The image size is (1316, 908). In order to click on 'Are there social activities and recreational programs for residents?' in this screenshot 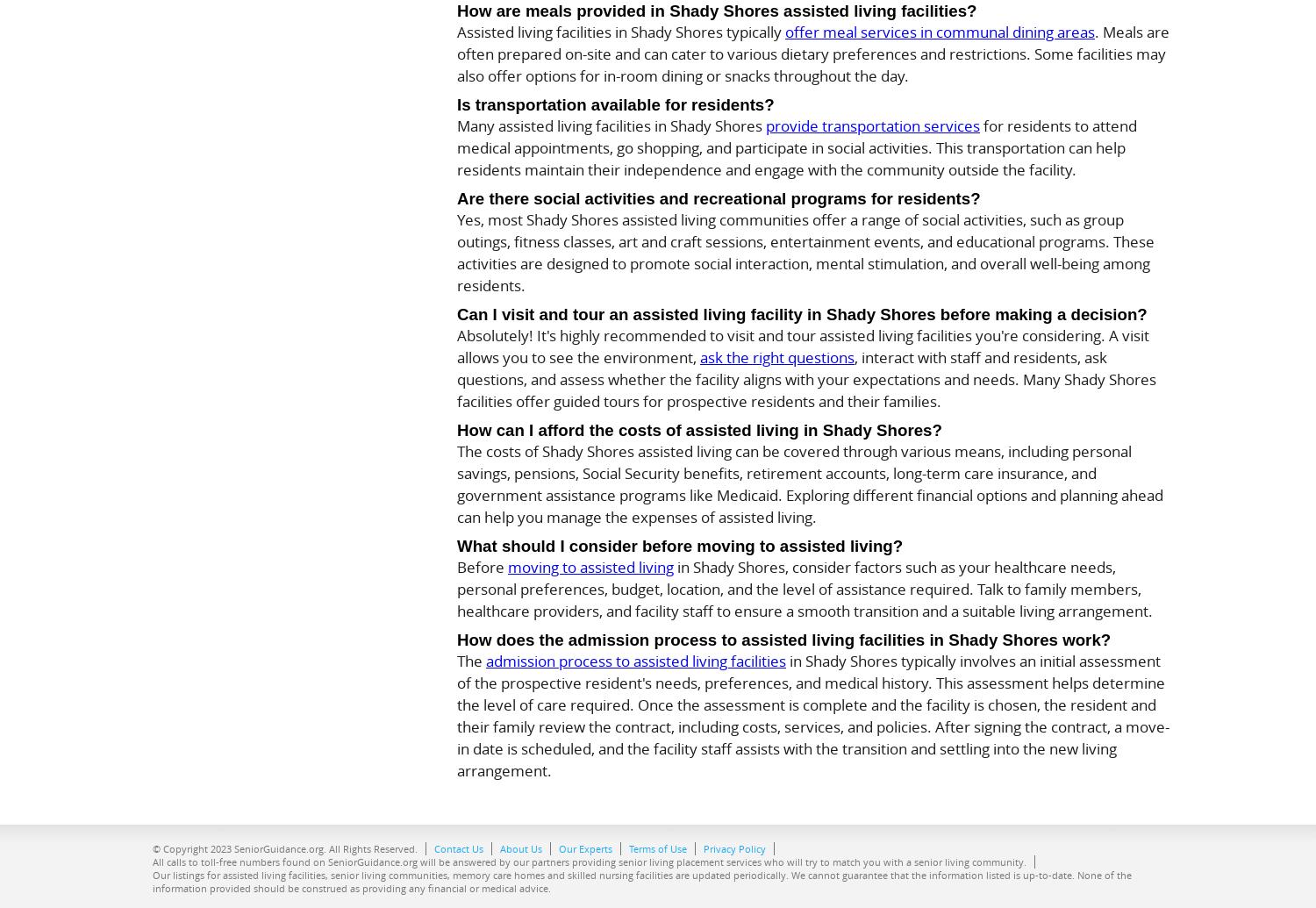, I will do `click(456, 198)`.